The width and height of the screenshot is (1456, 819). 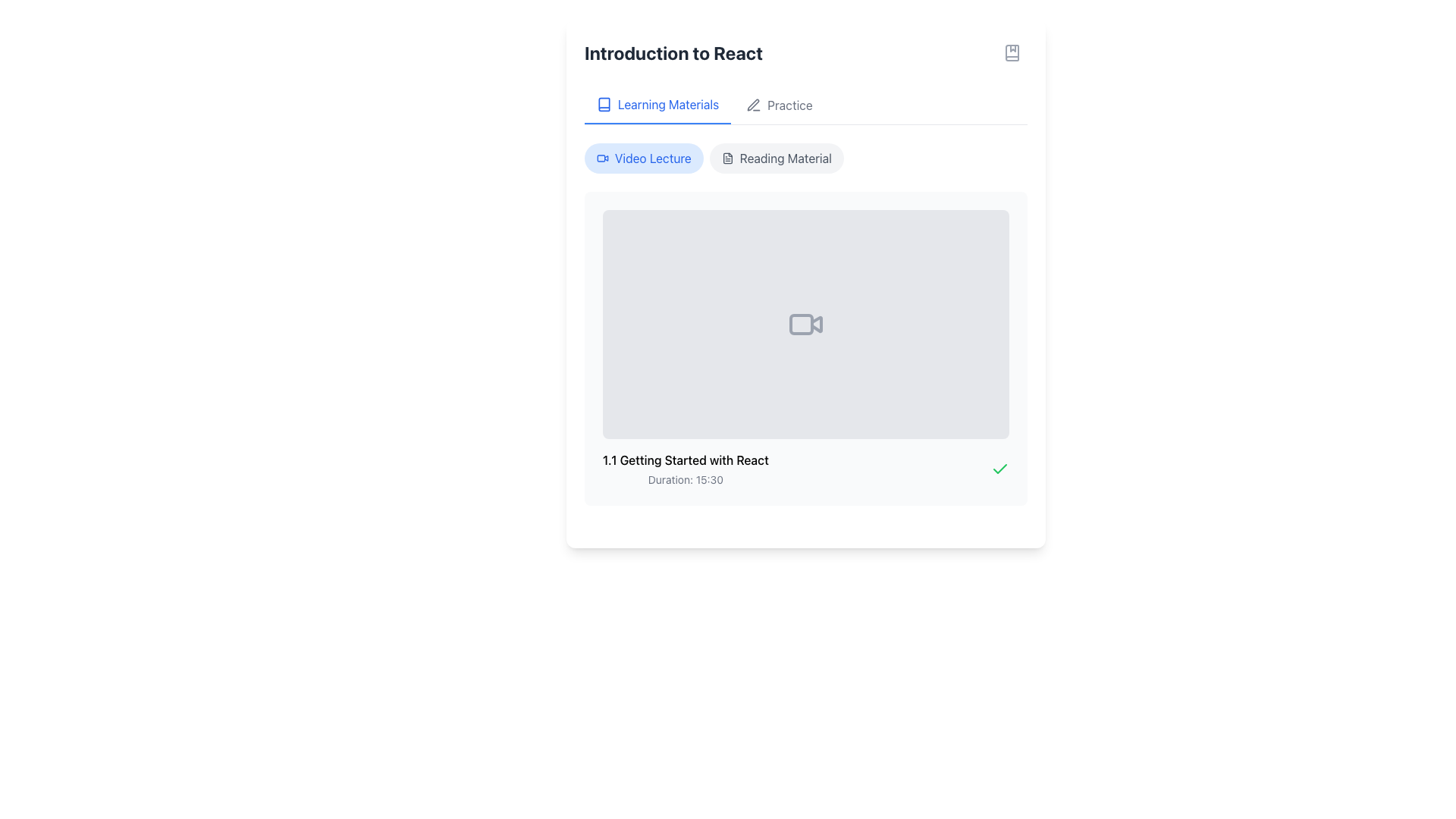 I want to click on the informative text block displaying the title '1.1 Getting Started with React' and the supplementary information 'Duration: 15:30', located below the video thumbnail in the 'Introduction to React' section, so click(x=685, y=468).